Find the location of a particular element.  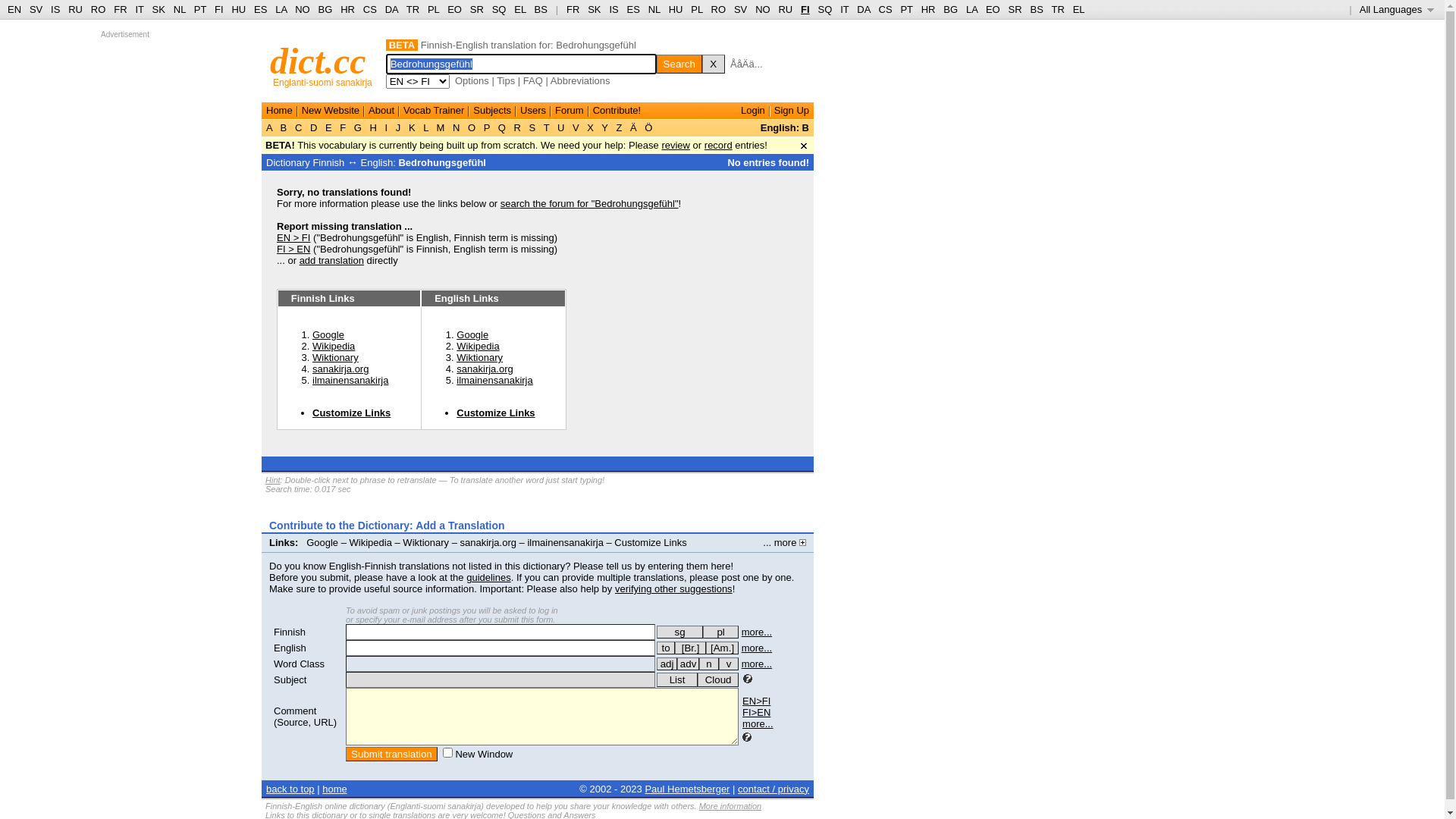

'EO' is located at coordinates (453, 9).